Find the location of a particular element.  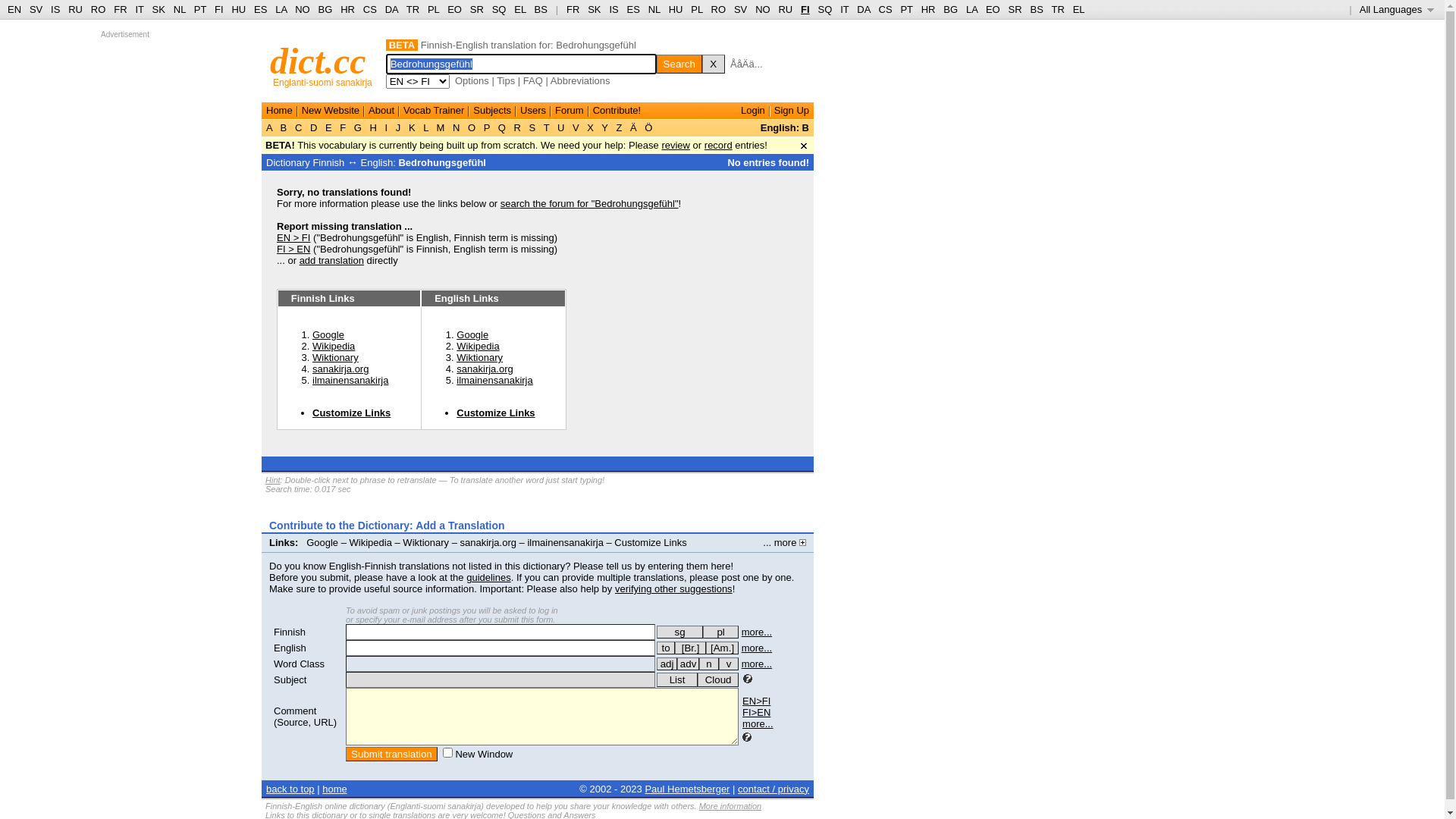

'EO' is located at coordinates (453, 9).